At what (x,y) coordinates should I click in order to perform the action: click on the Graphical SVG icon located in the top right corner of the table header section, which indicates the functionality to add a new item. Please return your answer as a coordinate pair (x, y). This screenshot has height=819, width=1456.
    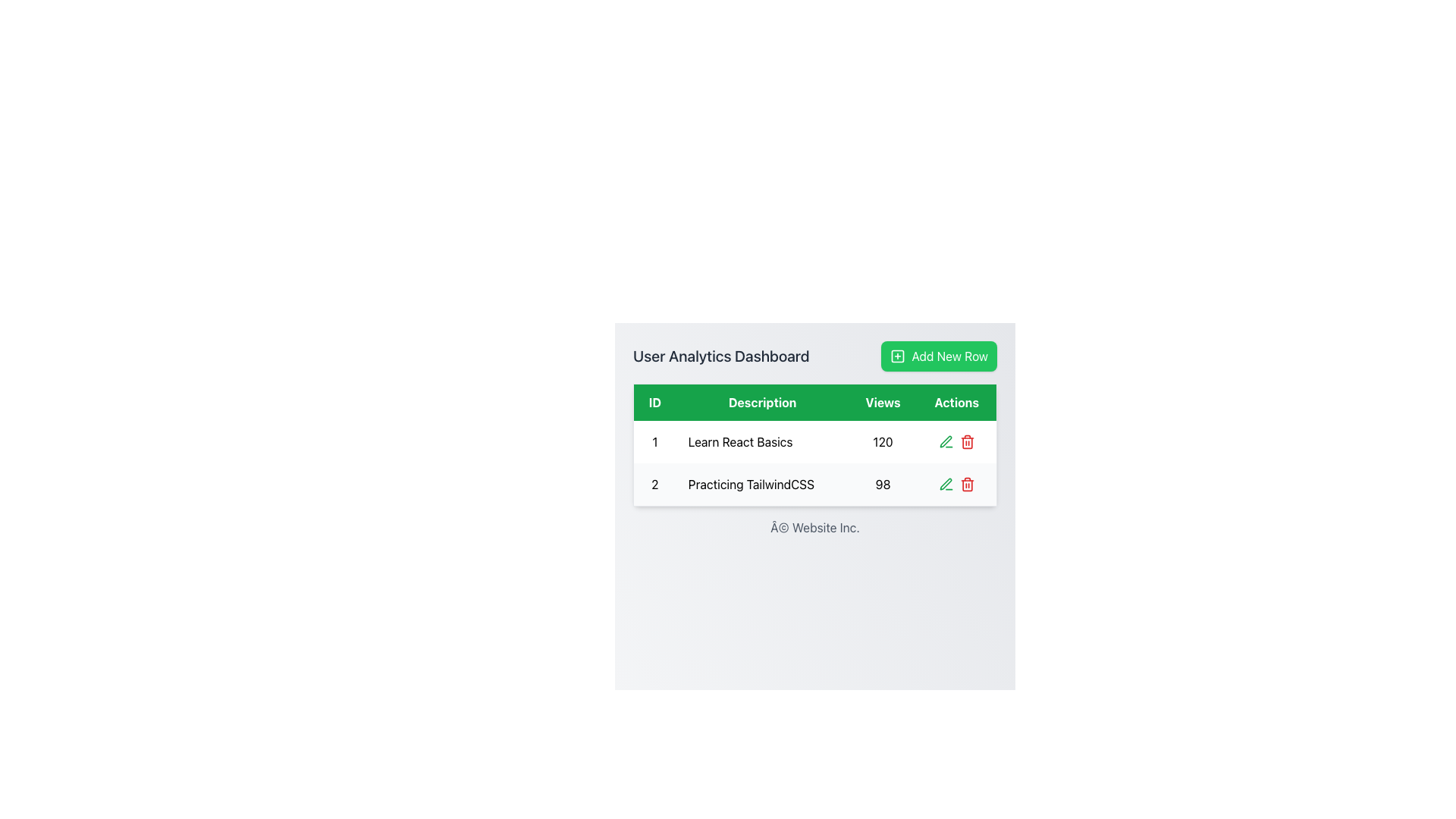
    Looking at the image, I should click on (898, 356).